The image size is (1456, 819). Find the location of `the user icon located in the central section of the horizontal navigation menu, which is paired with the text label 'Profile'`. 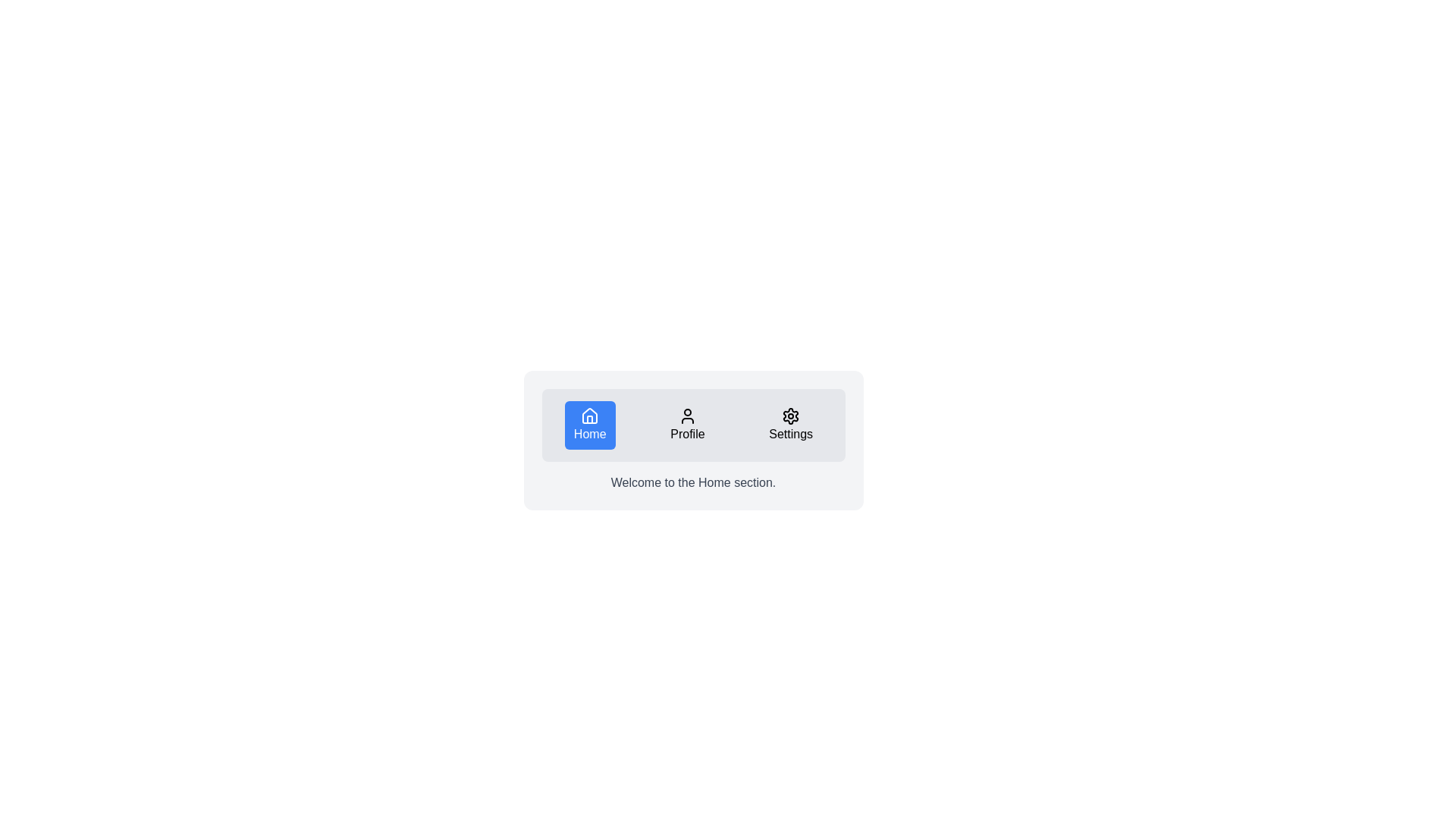

the user icon located in the central section of the horizontal navigation menu, which is paired with the text label 'Profile' is located at coordinates (686, 416).